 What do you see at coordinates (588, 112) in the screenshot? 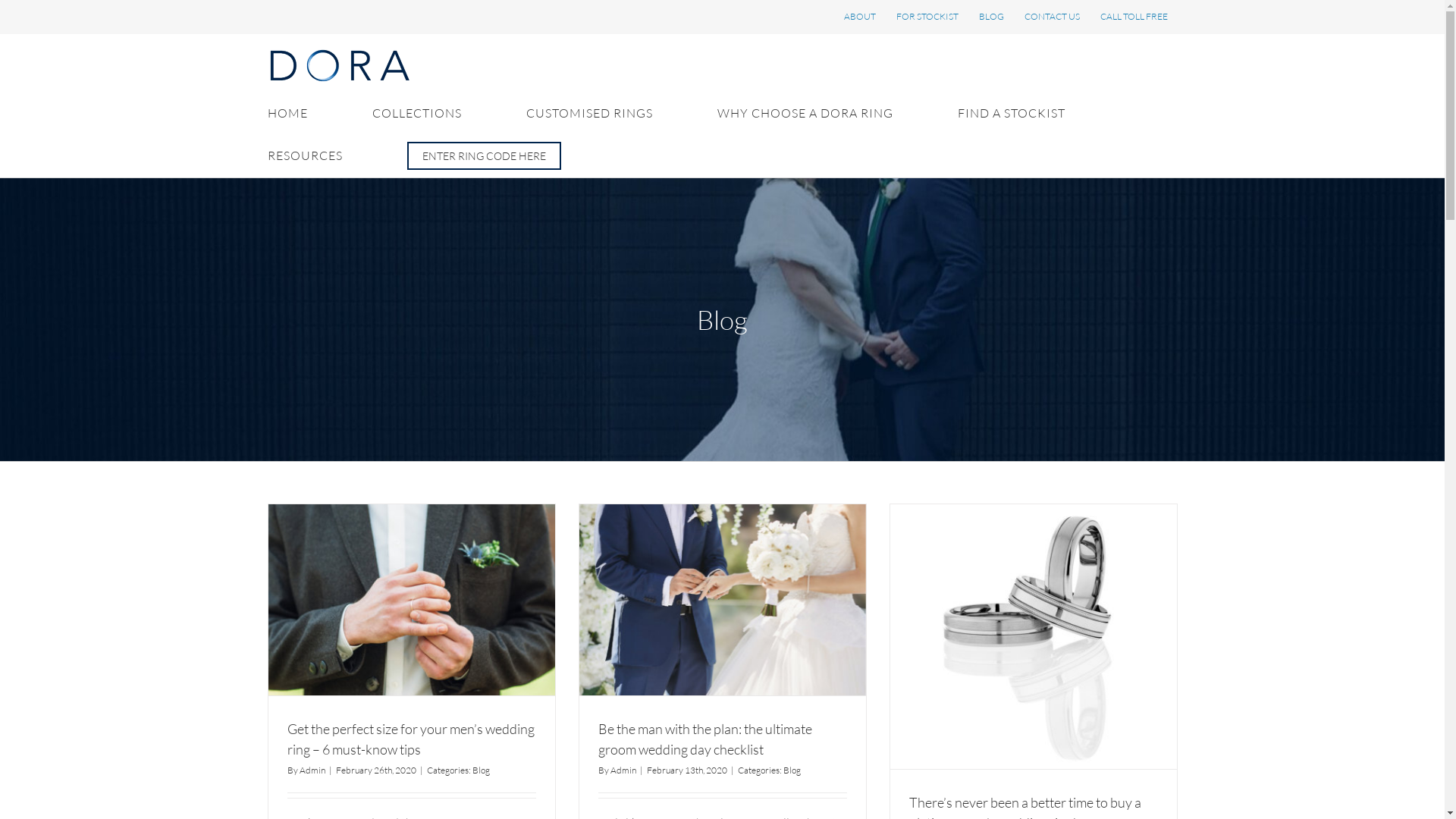
I see `'CUSTOMISED RINGS'` at bounding box center [588, 112].